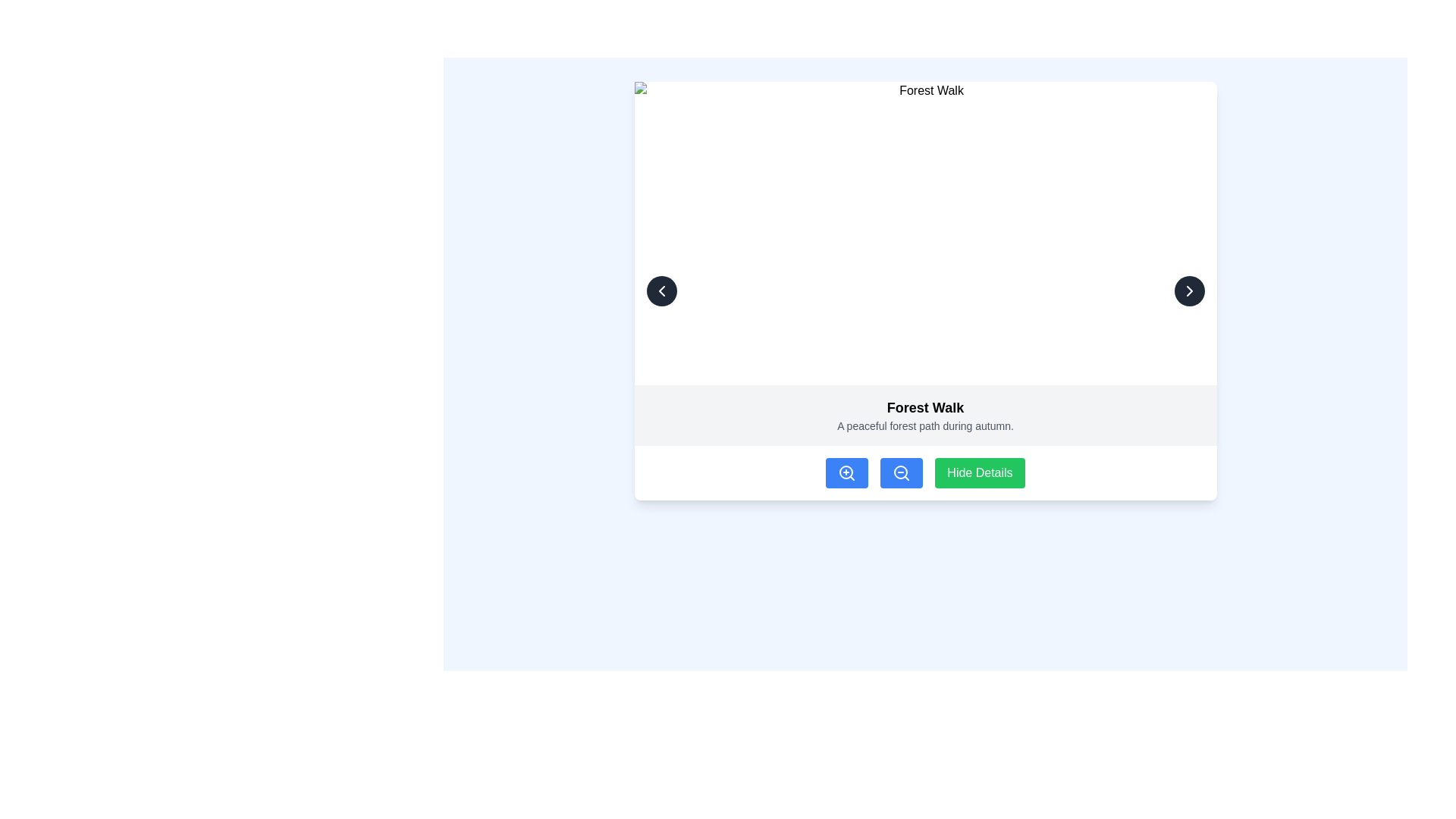 This screenshot has height=819, width=1456. I want to click on the Chevron icon in the circular button, so click(1188, 291).